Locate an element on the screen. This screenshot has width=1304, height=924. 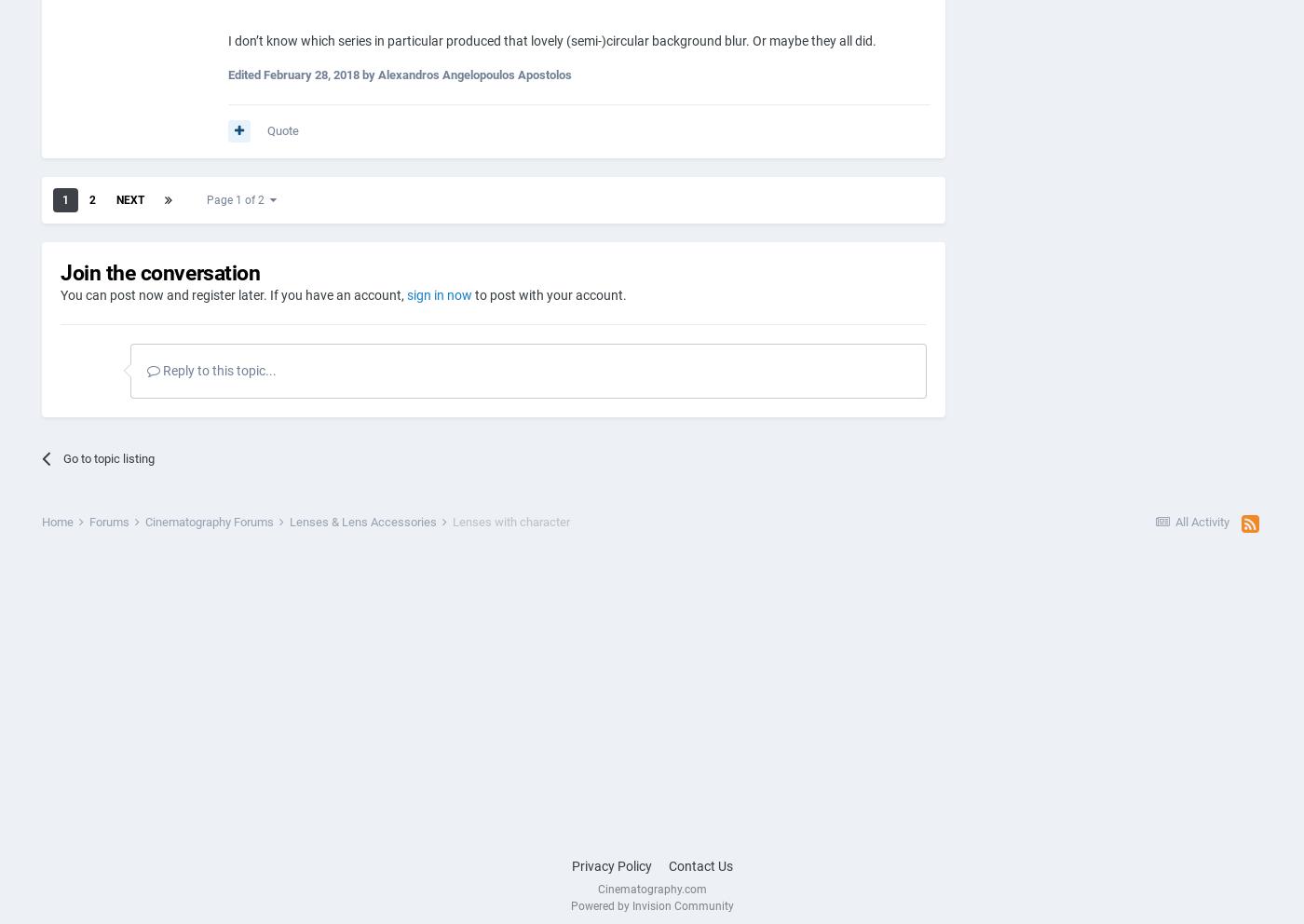
'by Alexandros Angelopoulos Apostolos' is located at coordinates (465, 75).